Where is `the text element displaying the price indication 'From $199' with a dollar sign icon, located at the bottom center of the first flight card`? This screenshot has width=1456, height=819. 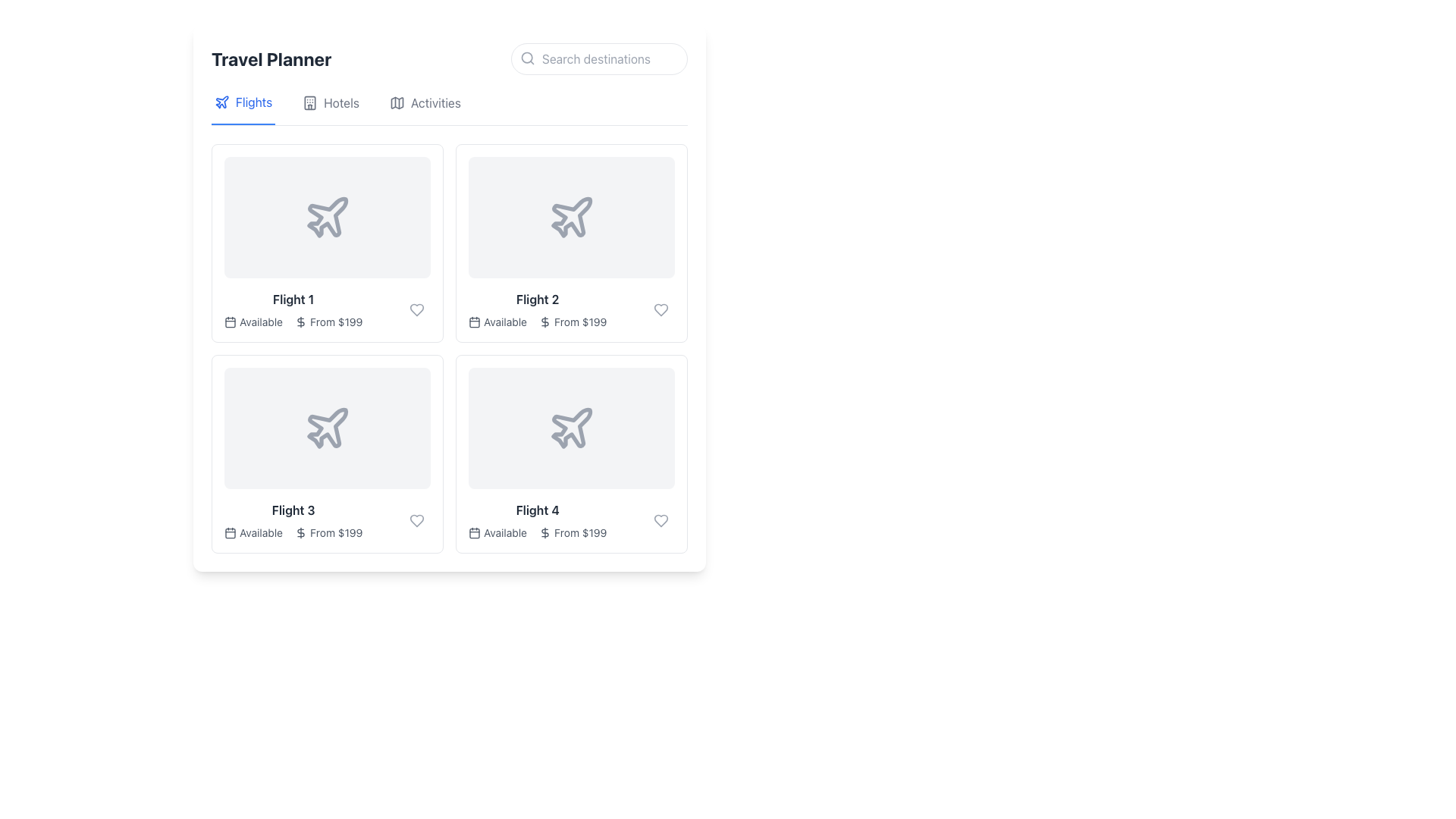 the text element displaying the price indication 'From $199' with a dollar sign icon, located at the bottom center of the first flight card is located at coordinates (328, 321).